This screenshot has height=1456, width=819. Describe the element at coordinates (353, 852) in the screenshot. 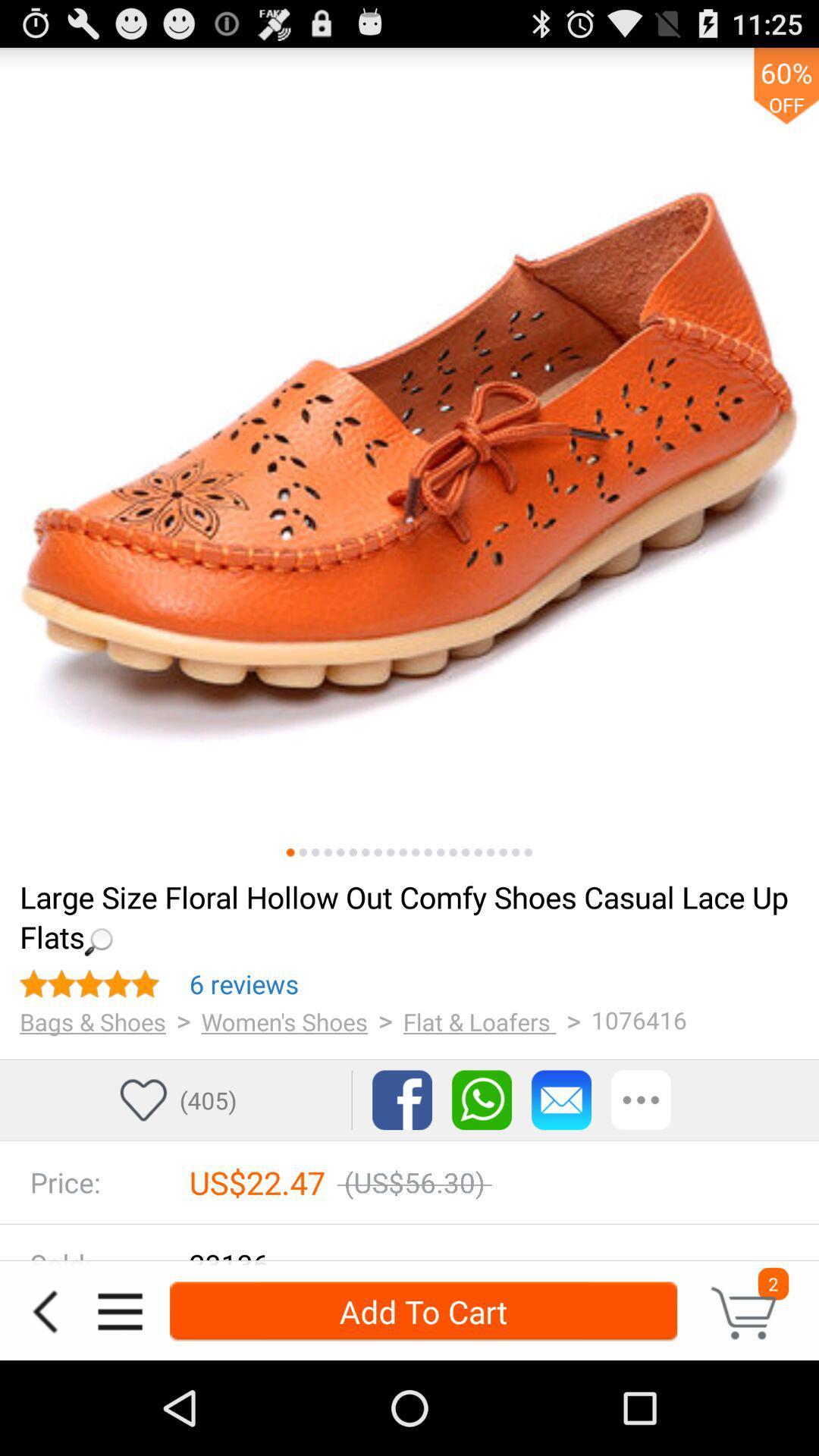

I see `the icon above loading...` at that location.